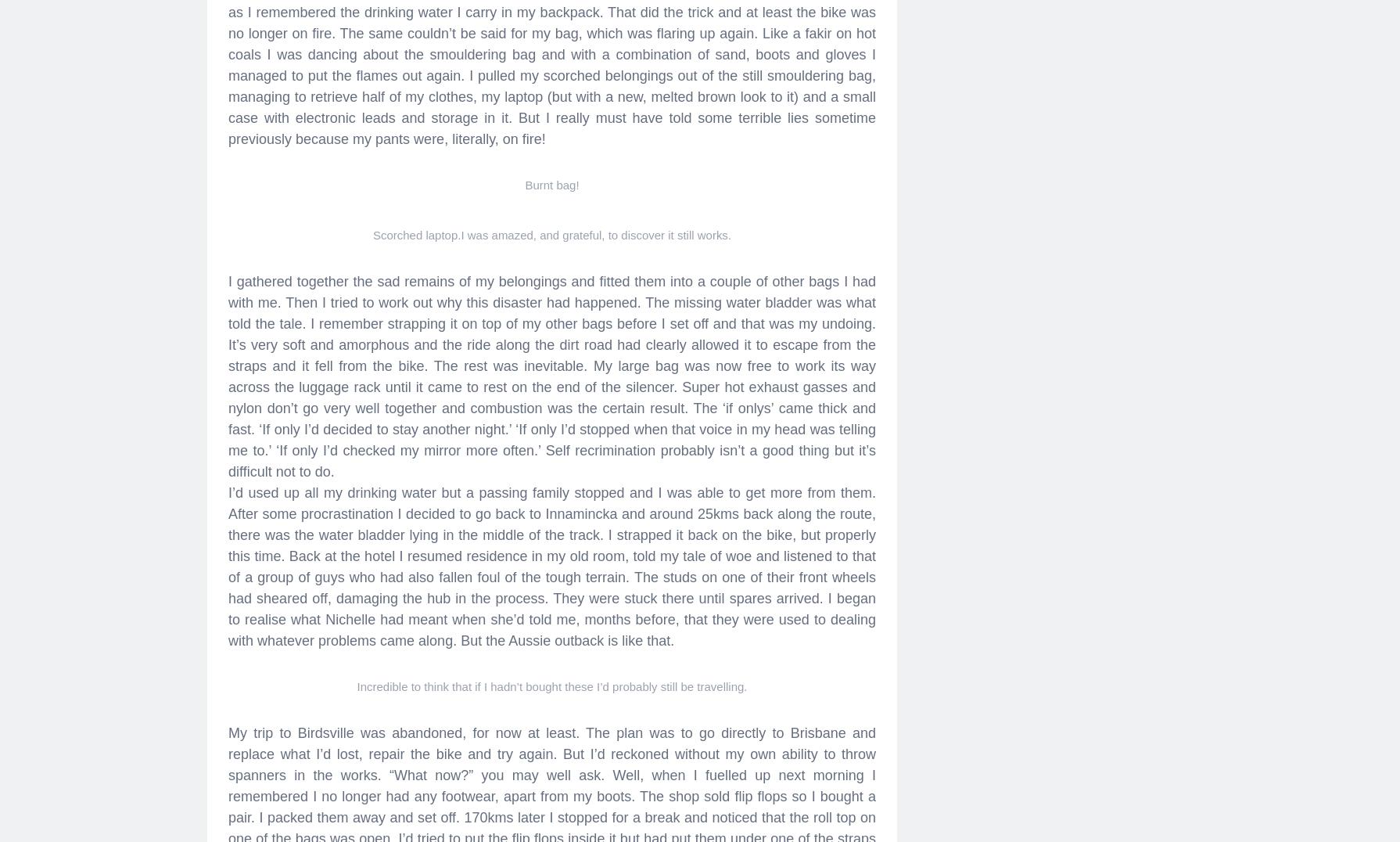 This screenshot has height=842, width=1400. What do you see at coordinates (434, 103) in the screenshot?
I see `'“Yes but Arrabur is only another 30kms and there might be coffee.”'` at bounding box center [434, 103].